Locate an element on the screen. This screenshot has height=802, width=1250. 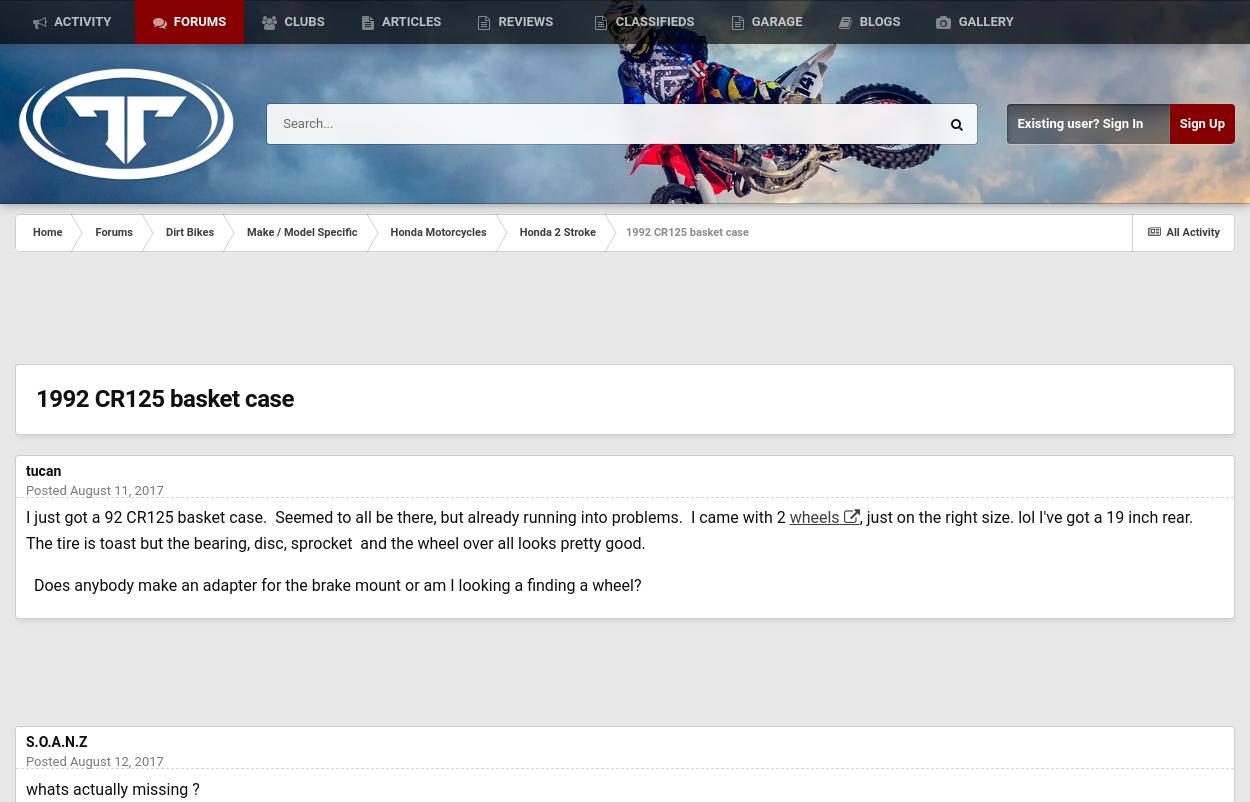
'TT Picks' is located at coordinates (60, 115).